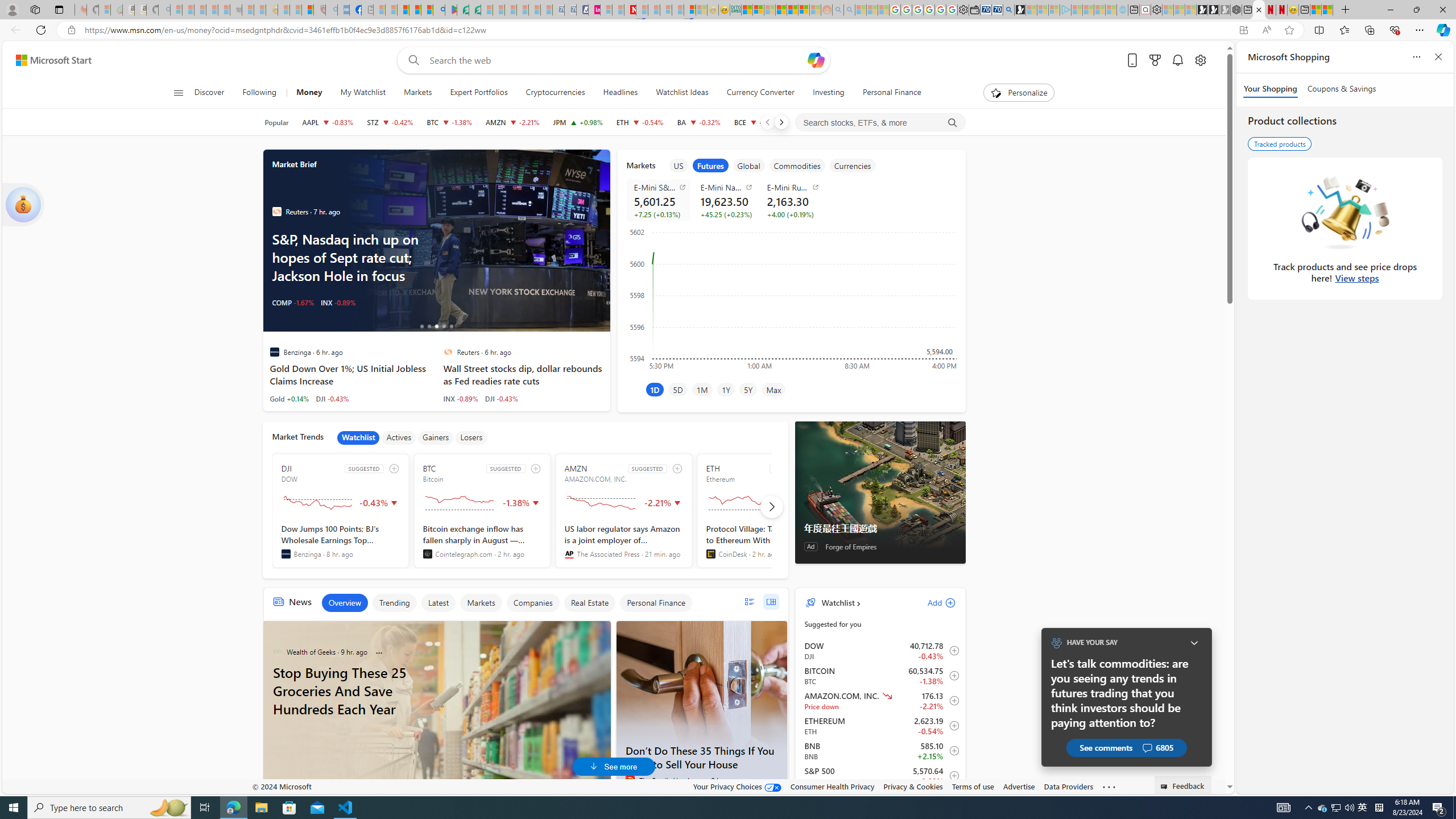 The image size is (1456, 819). What do you see at coordinates (791, 298) in the screenshot?
I see `'Class: recharts-surface'` at bounding box center [791, 298].